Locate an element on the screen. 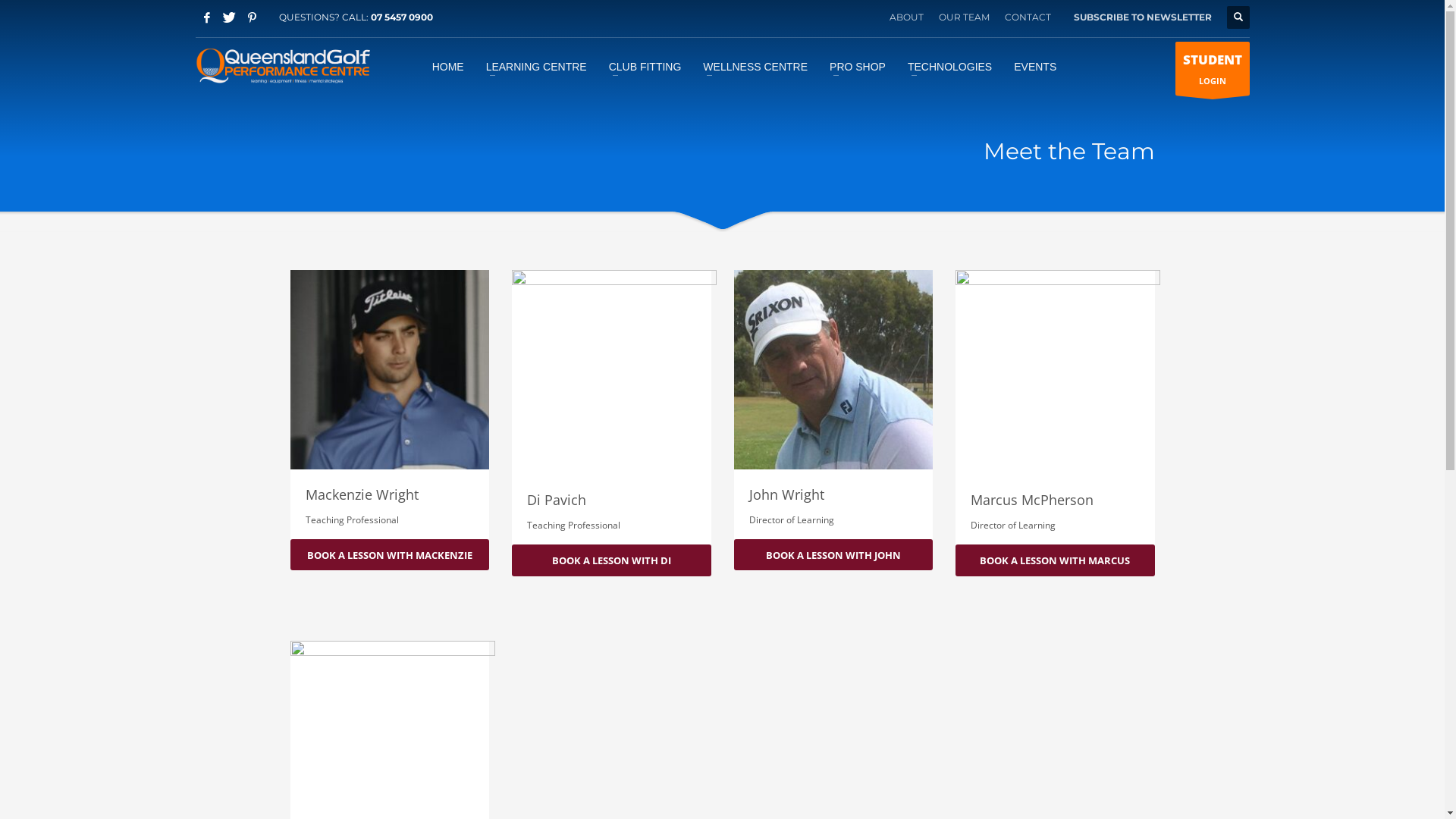 This screenshot has height=819, width=1456. 'BOOK A LESSON WITH MACKENZIE' is located at coordinates (389, 554).